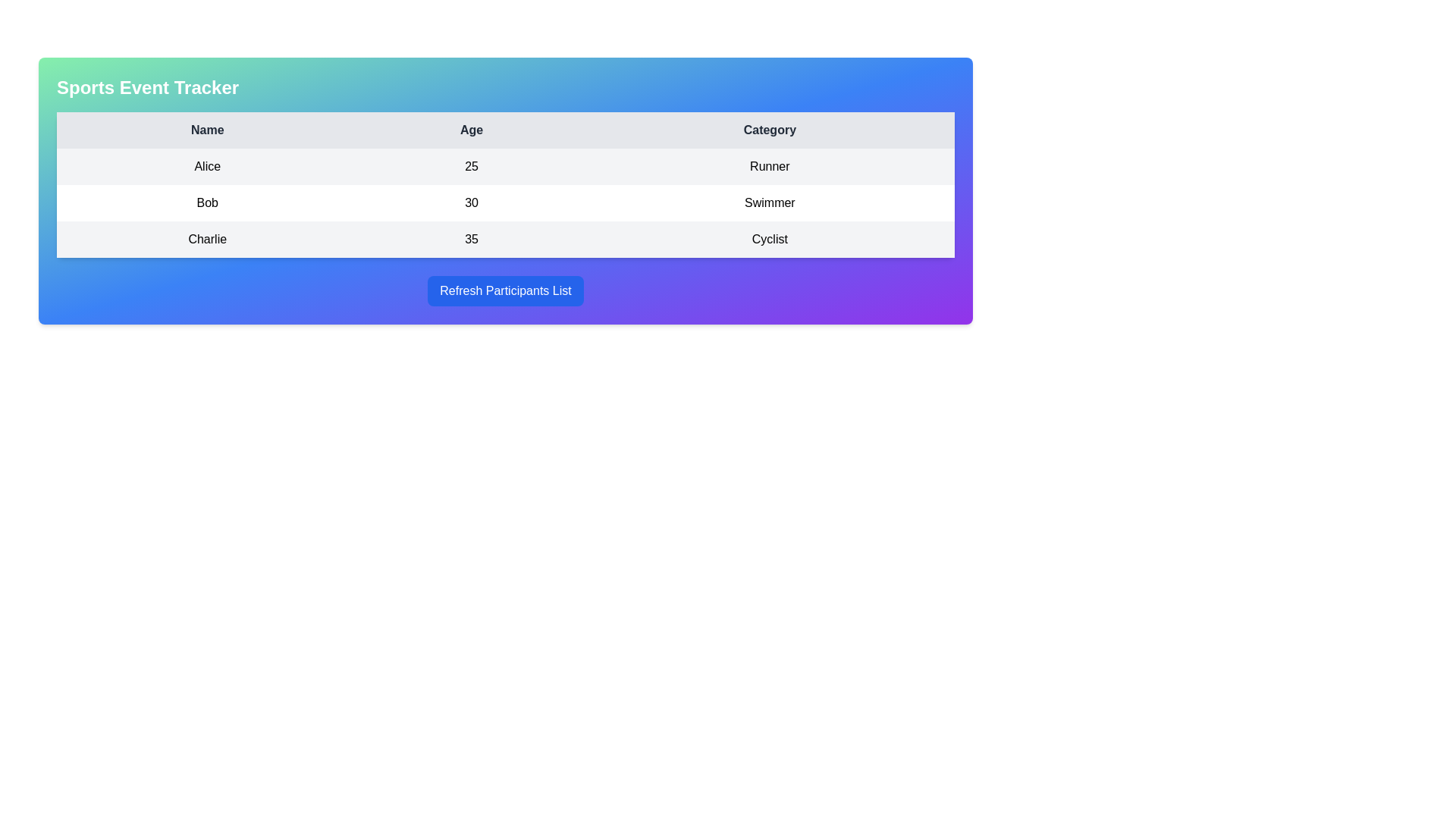  Describe the element at coordinates (471, 166) in the screenshot. I see `value from the table cell representing the age attribute of the participant named Alice, located in the second column of the first row between 'Name' and 'Category'` at that location.